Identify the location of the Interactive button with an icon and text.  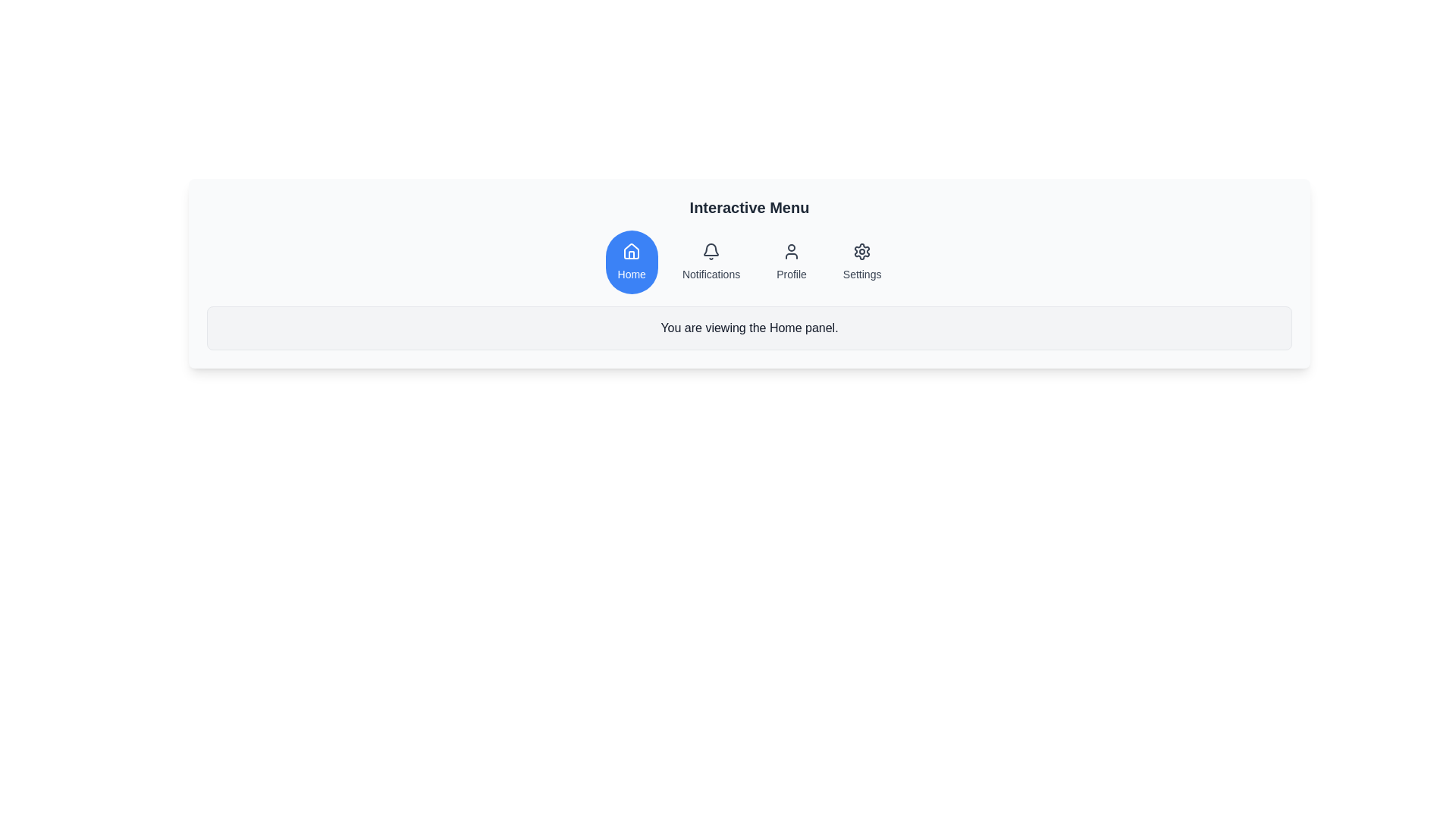
(710, 262).